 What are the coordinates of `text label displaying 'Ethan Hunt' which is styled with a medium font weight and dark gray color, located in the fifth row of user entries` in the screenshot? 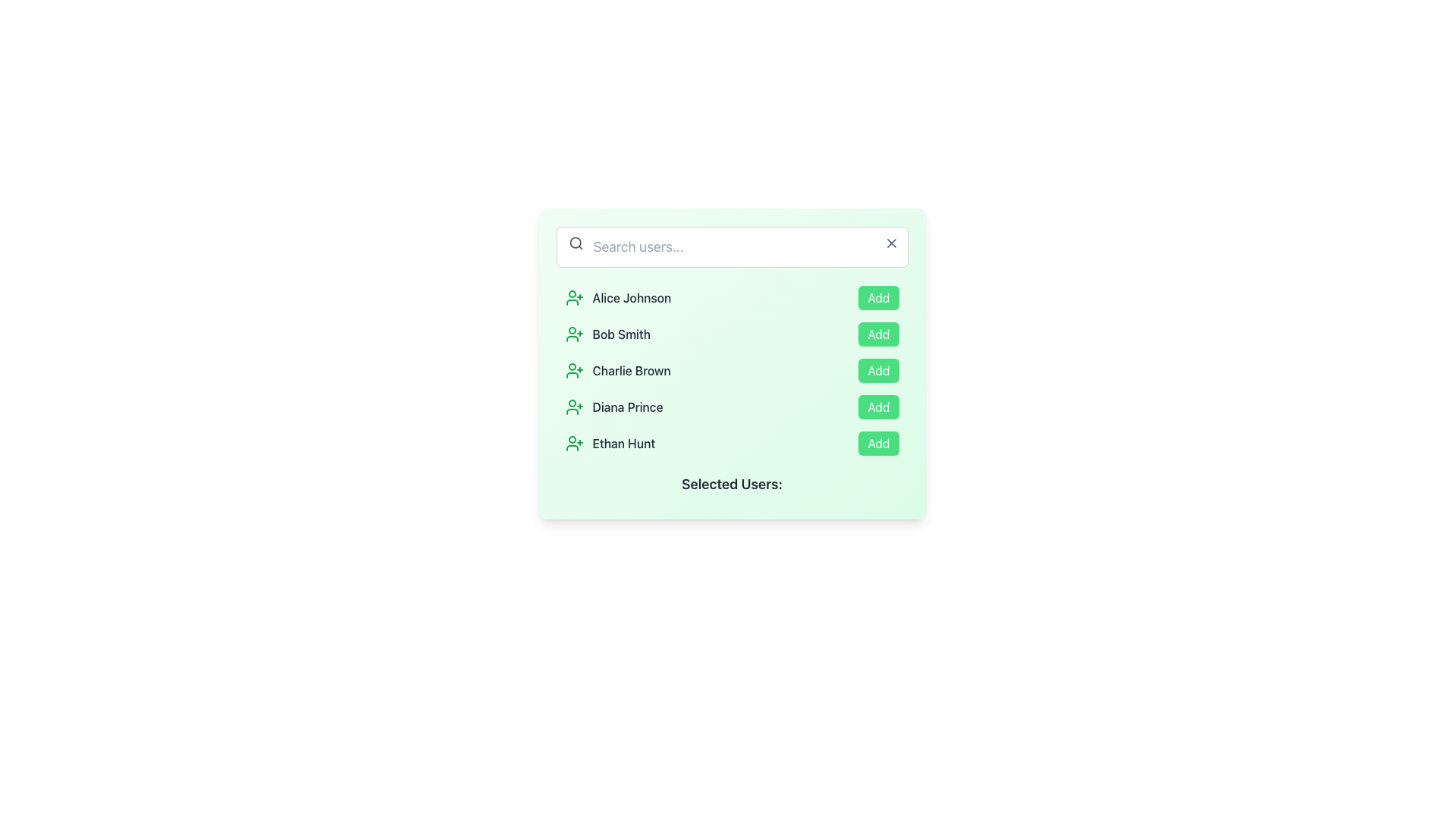 It's located at (623, 444).